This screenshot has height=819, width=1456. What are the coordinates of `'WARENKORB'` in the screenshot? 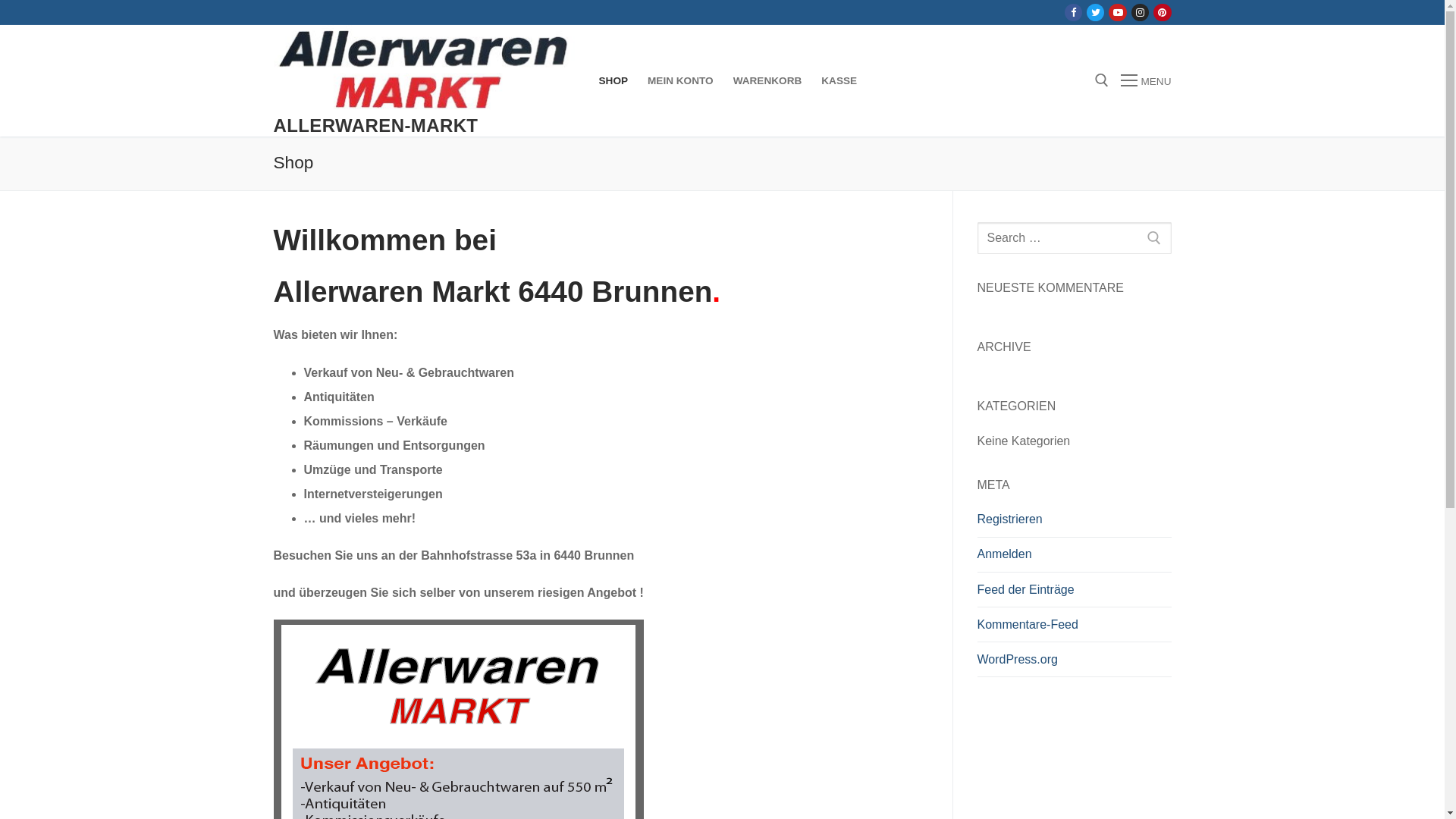 It's located at (767, 81).